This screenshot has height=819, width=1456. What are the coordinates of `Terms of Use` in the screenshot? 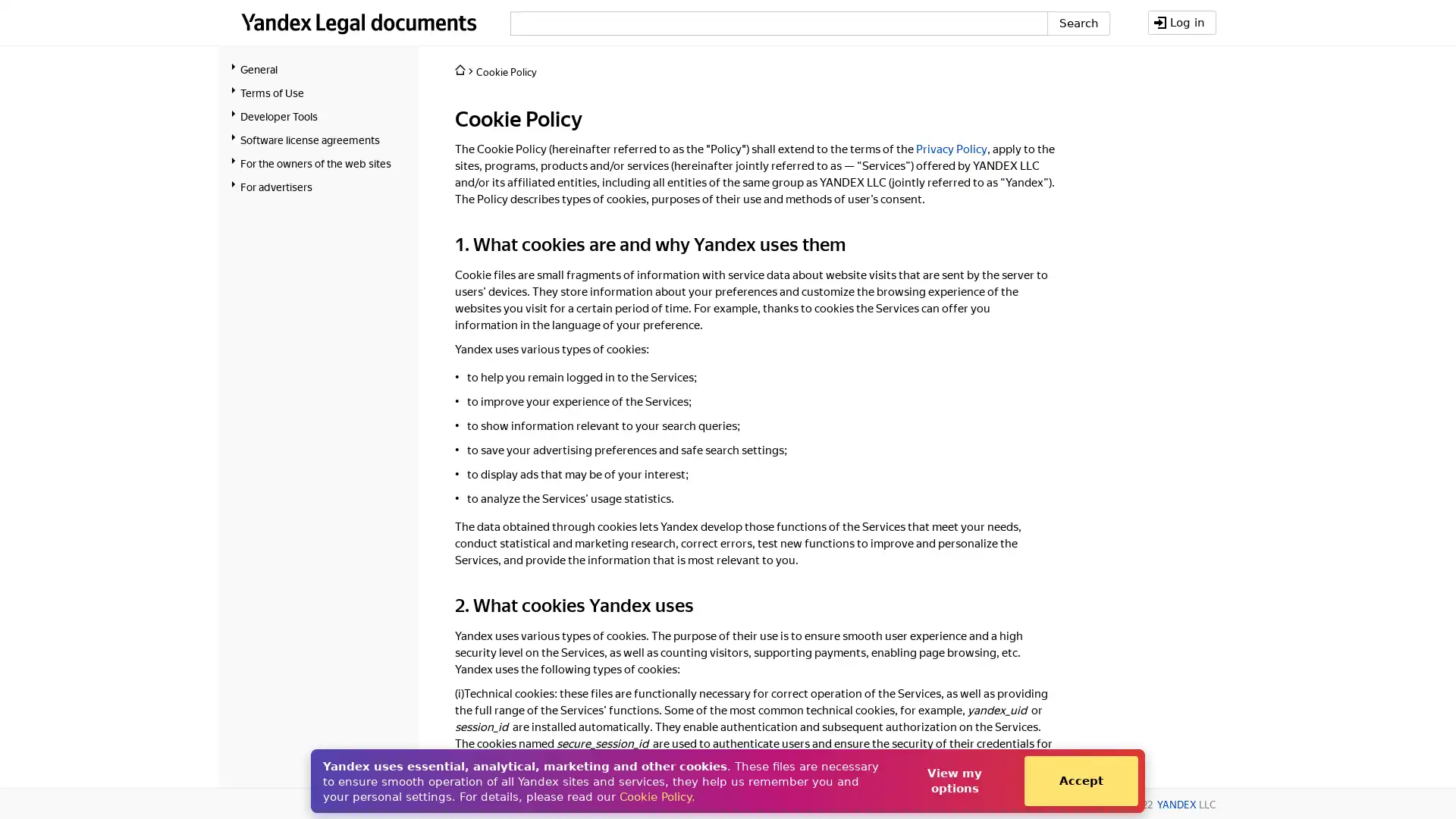 It's located at (318, 92).